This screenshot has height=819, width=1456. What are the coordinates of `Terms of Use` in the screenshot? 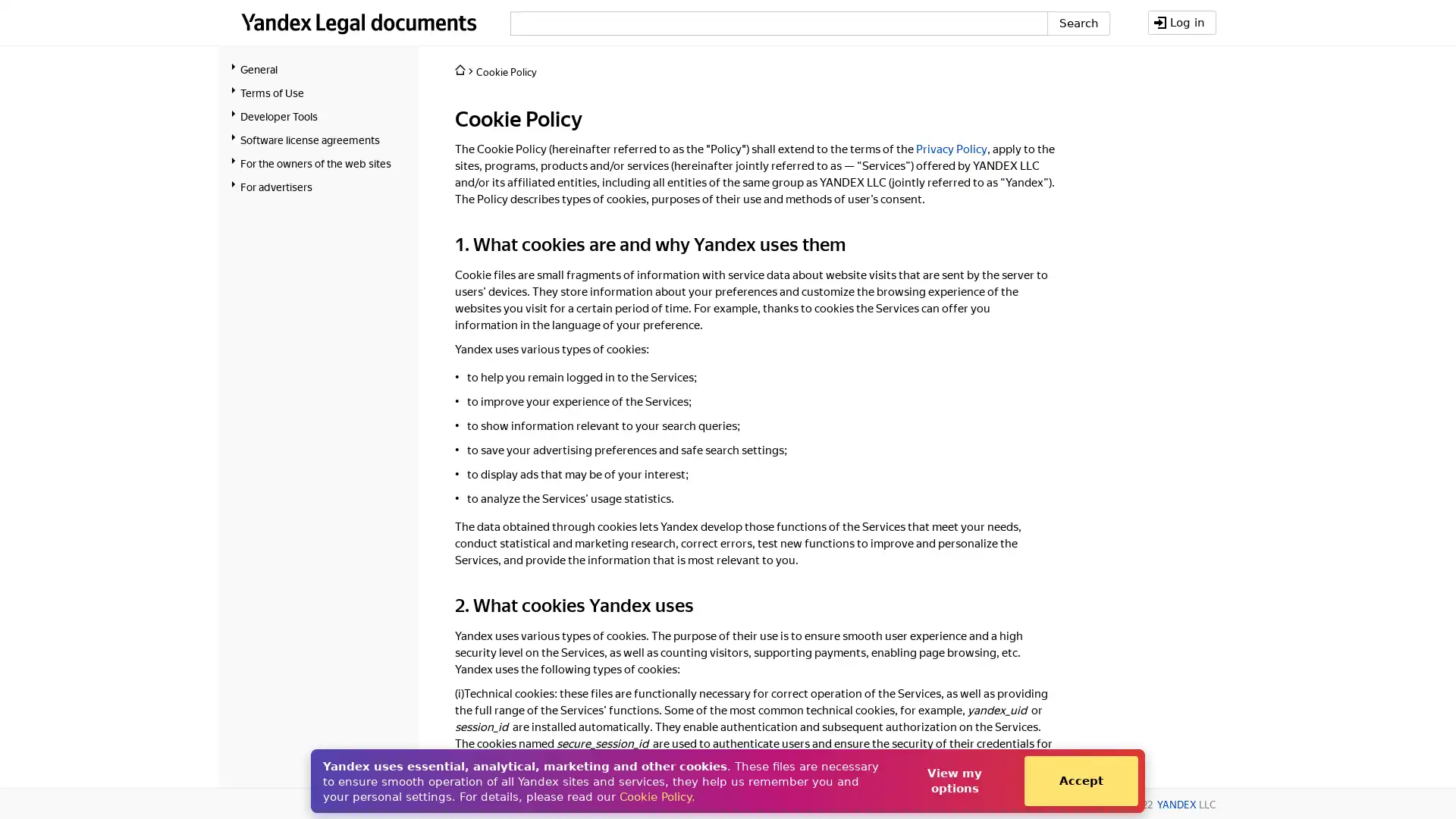 It's located at (318, 92).